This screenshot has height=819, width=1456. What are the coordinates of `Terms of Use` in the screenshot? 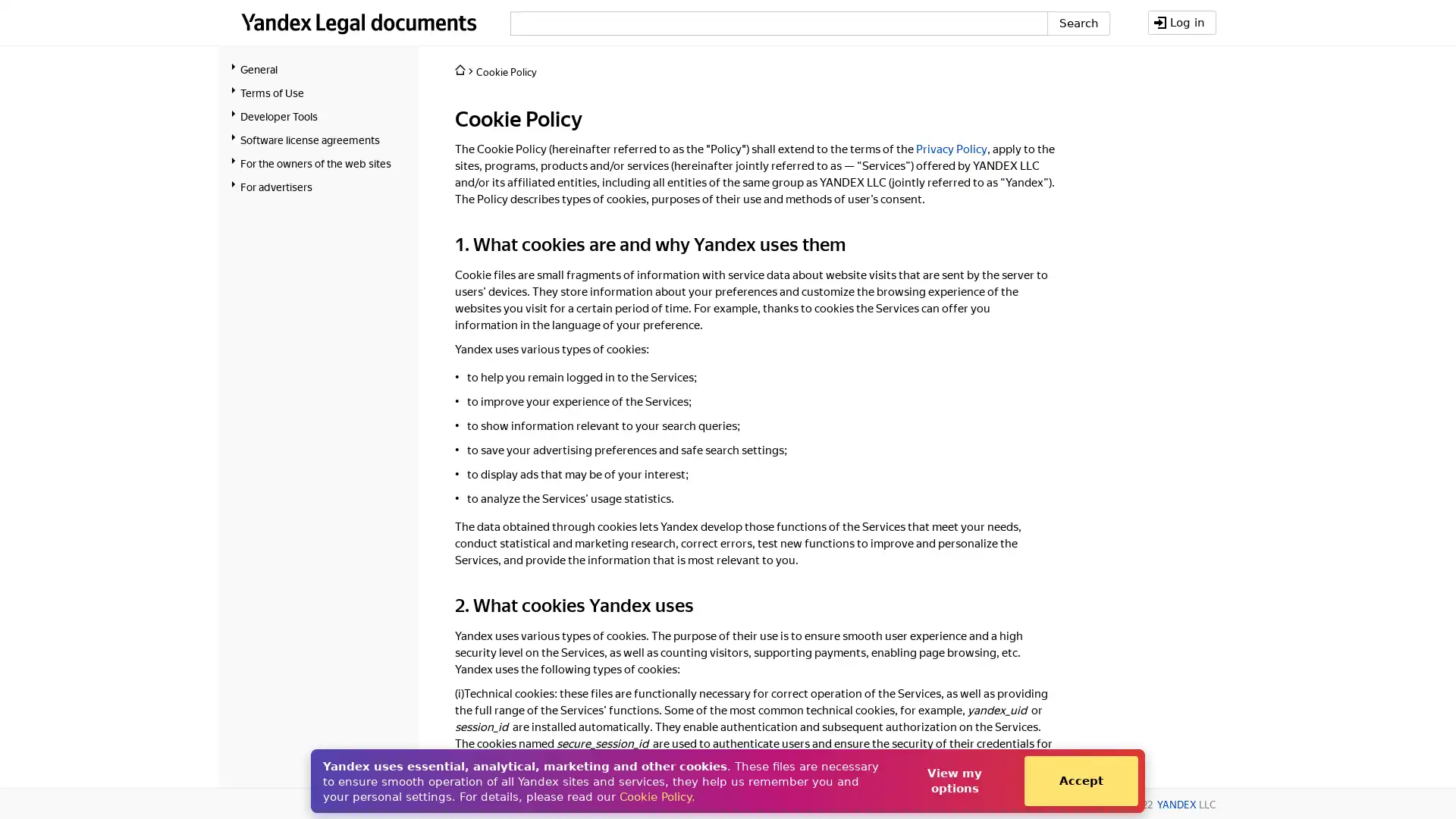 It's located at (318, 92).